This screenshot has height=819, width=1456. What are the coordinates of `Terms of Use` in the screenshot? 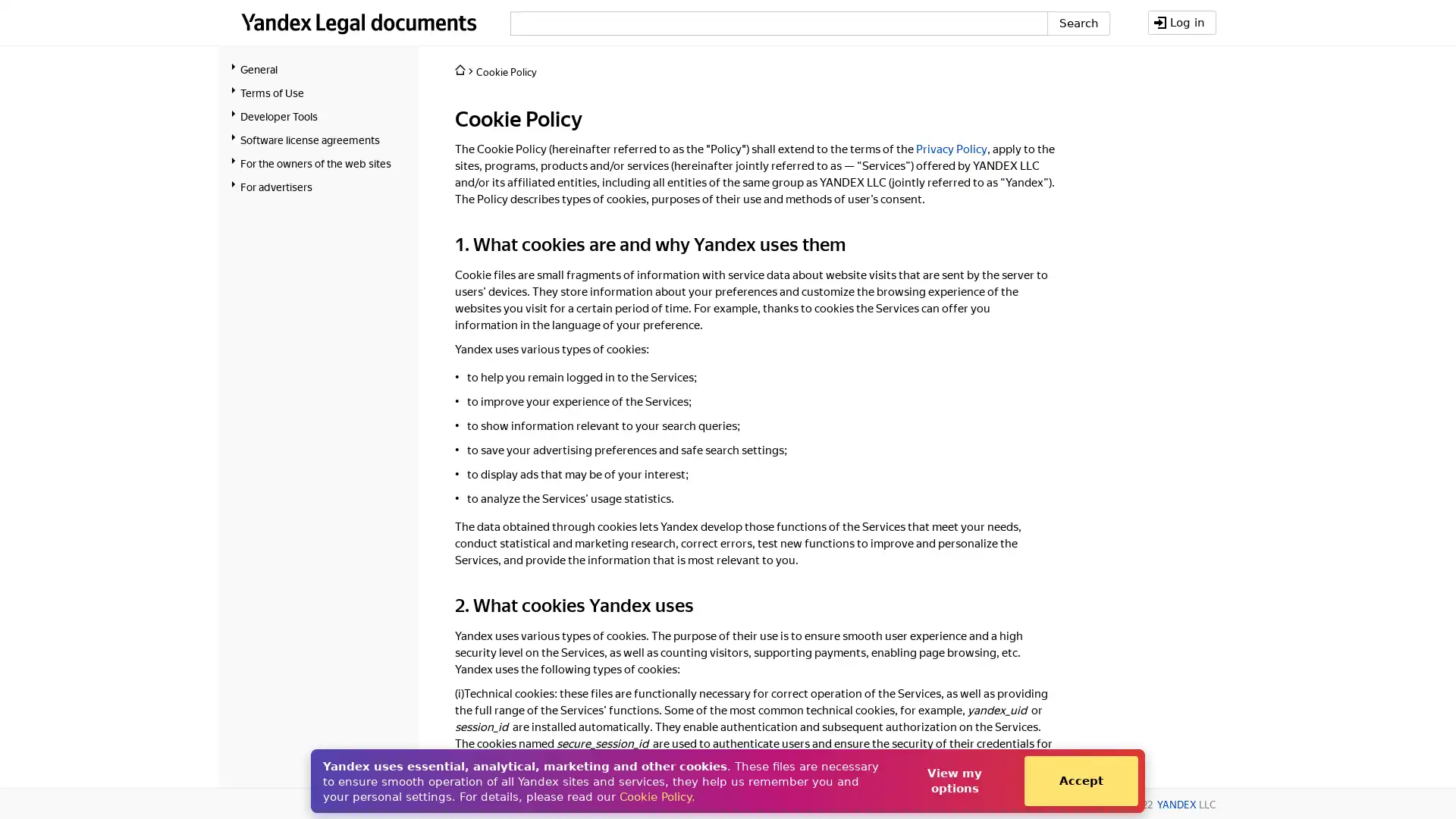 It's located at (318, 92).